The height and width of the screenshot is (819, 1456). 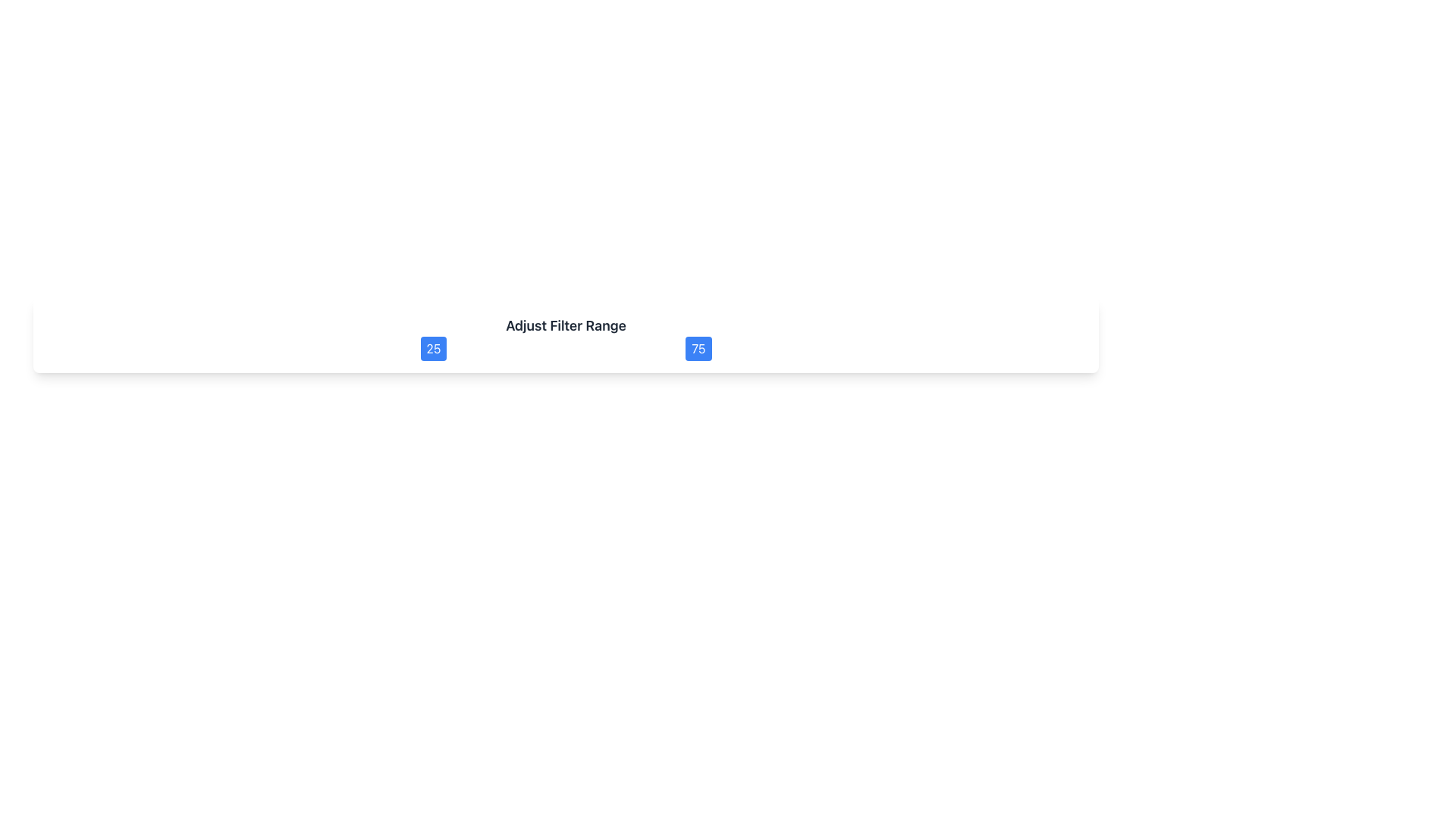 I want to click on slider value, so click(x=610, y=356).